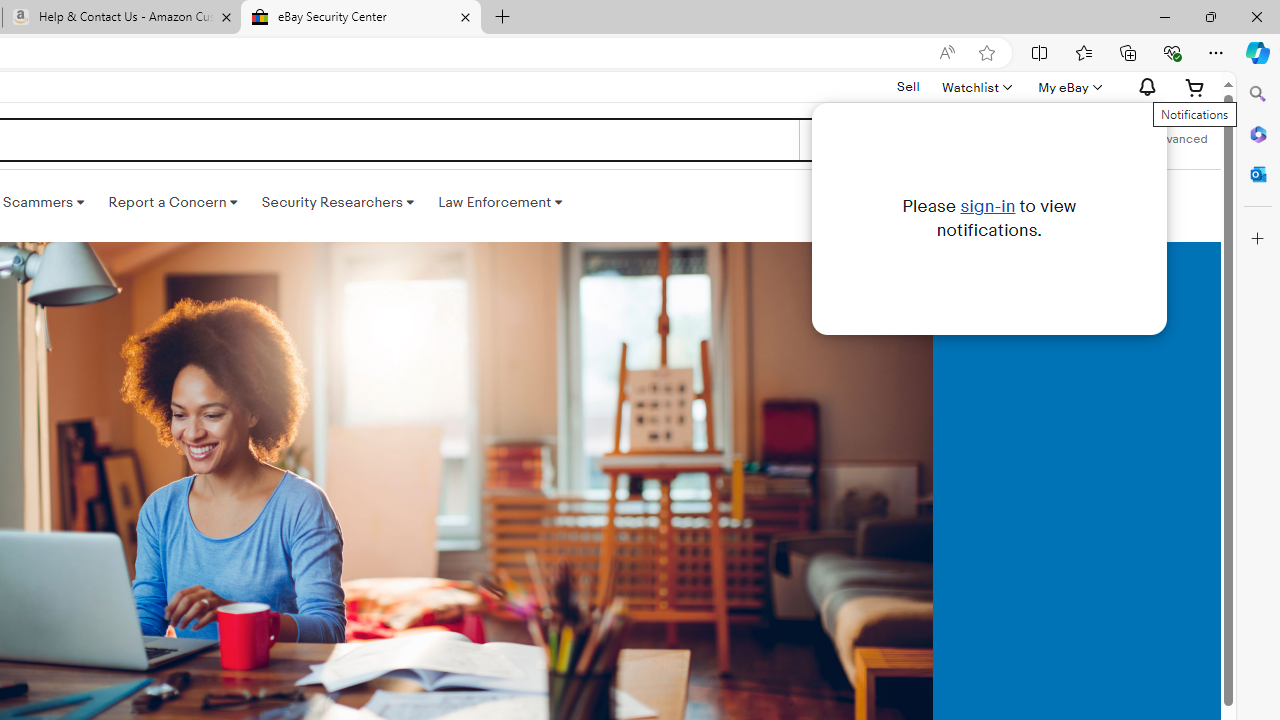  I want to click on 'Please sign-in to view notifications.', so click(989, 218).